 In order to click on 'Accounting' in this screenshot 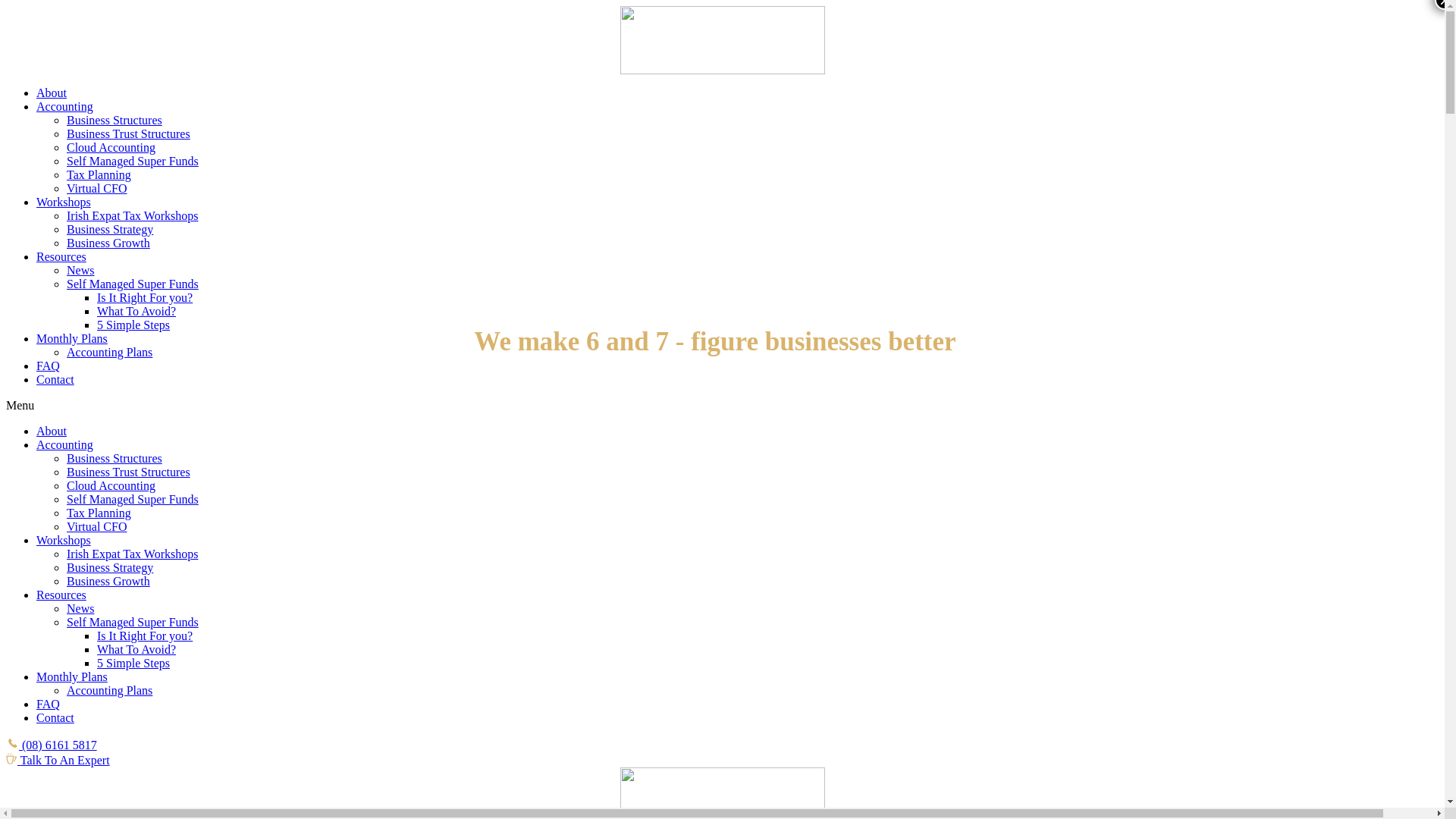, I will do `click(64, 105)`.